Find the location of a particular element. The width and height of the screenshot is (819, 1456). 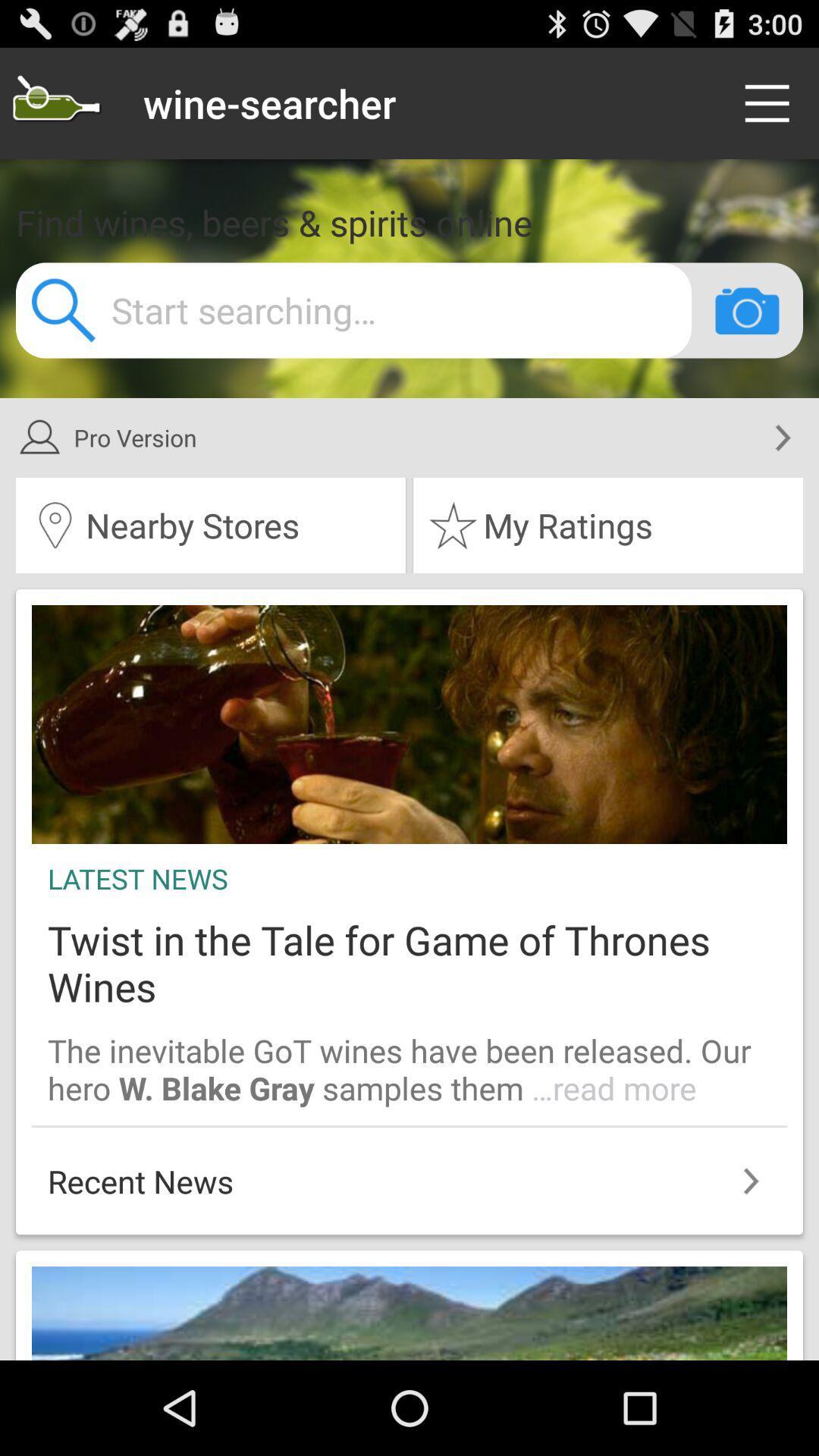

my ratings icon is located at coordinates (607, 525).